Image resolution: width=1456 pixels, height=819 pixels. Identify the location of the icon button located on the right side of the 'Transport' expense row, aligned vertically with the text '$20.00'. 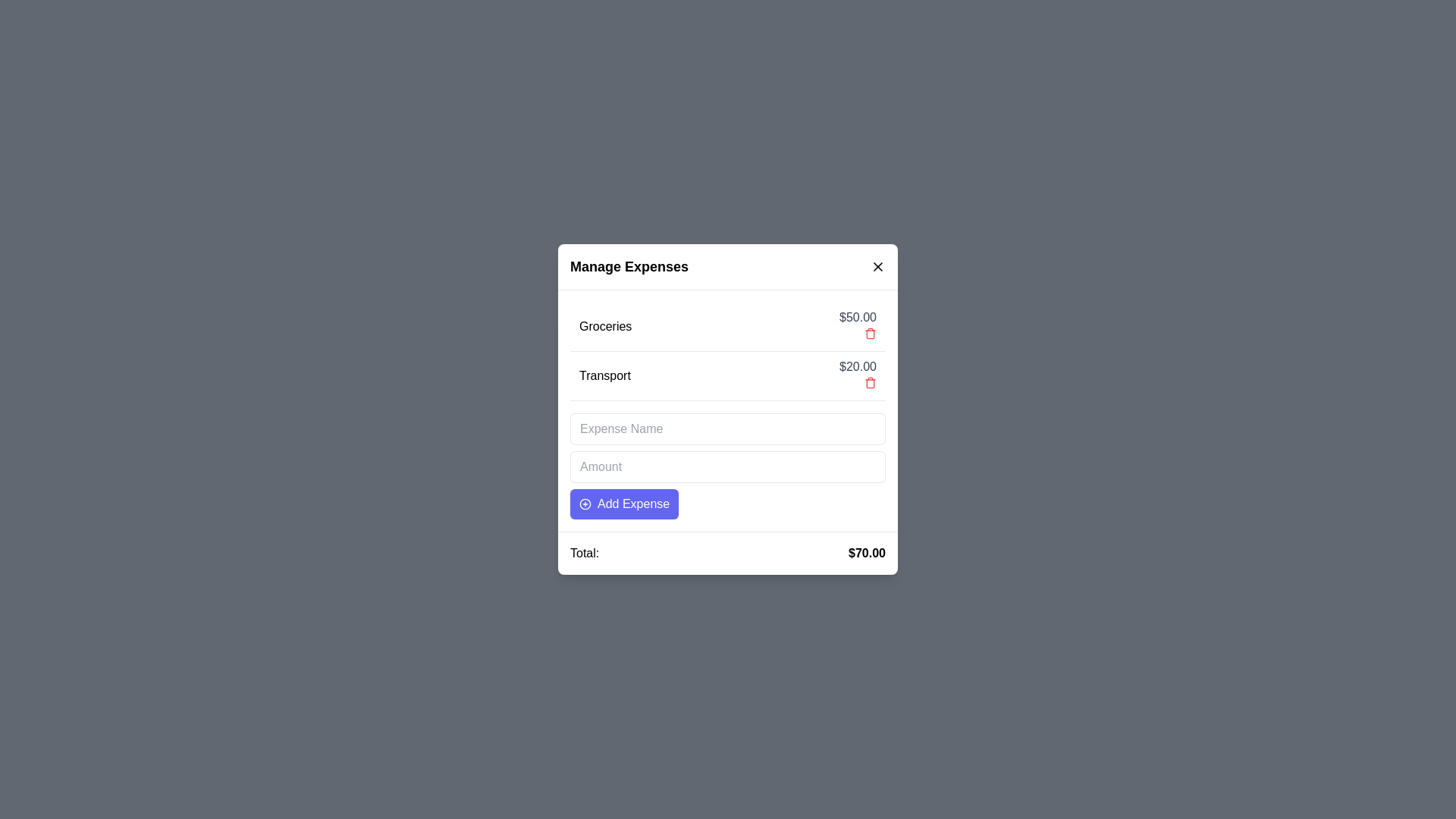
(870, 382).